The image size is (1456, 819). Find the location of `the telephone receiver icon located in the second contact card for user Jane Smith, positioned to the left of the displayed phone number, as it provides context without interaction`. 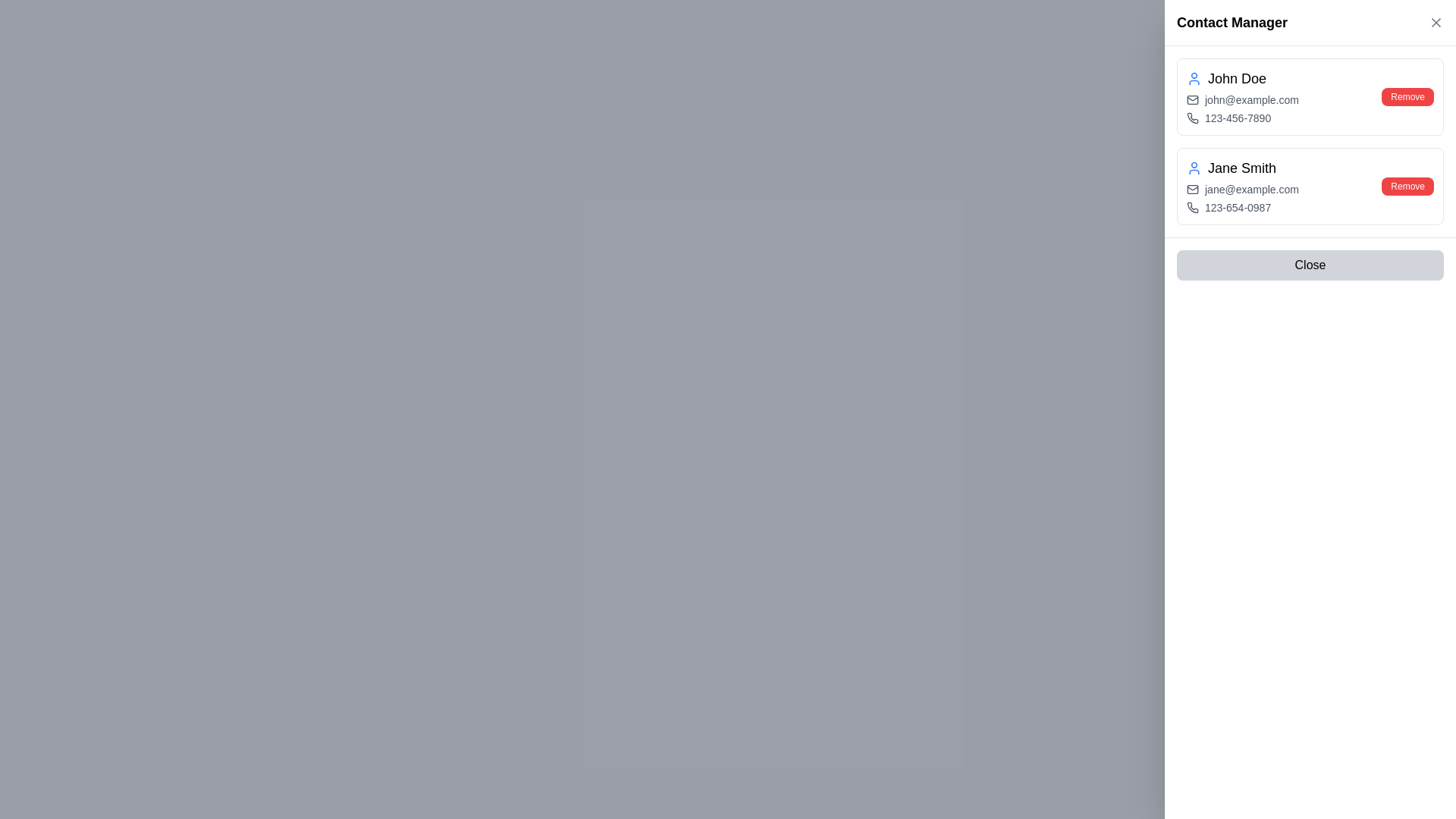

the telephone receiver icon located in the second contact card for user Jane Smith, positioned to the left of the displayed phone number, as it provides context without interaction is located at coordinates (1192, 207).